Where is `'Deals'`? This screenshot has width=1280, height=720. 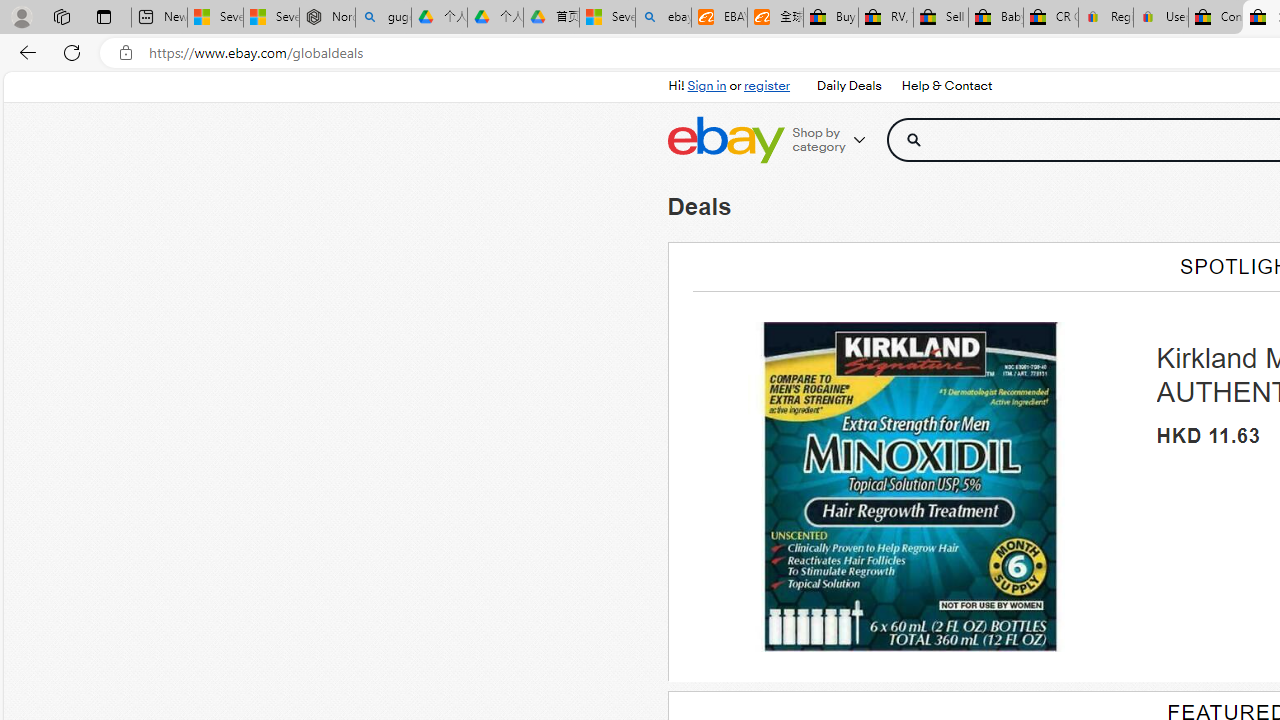 'Deals' is located at coordinates (699, 206).